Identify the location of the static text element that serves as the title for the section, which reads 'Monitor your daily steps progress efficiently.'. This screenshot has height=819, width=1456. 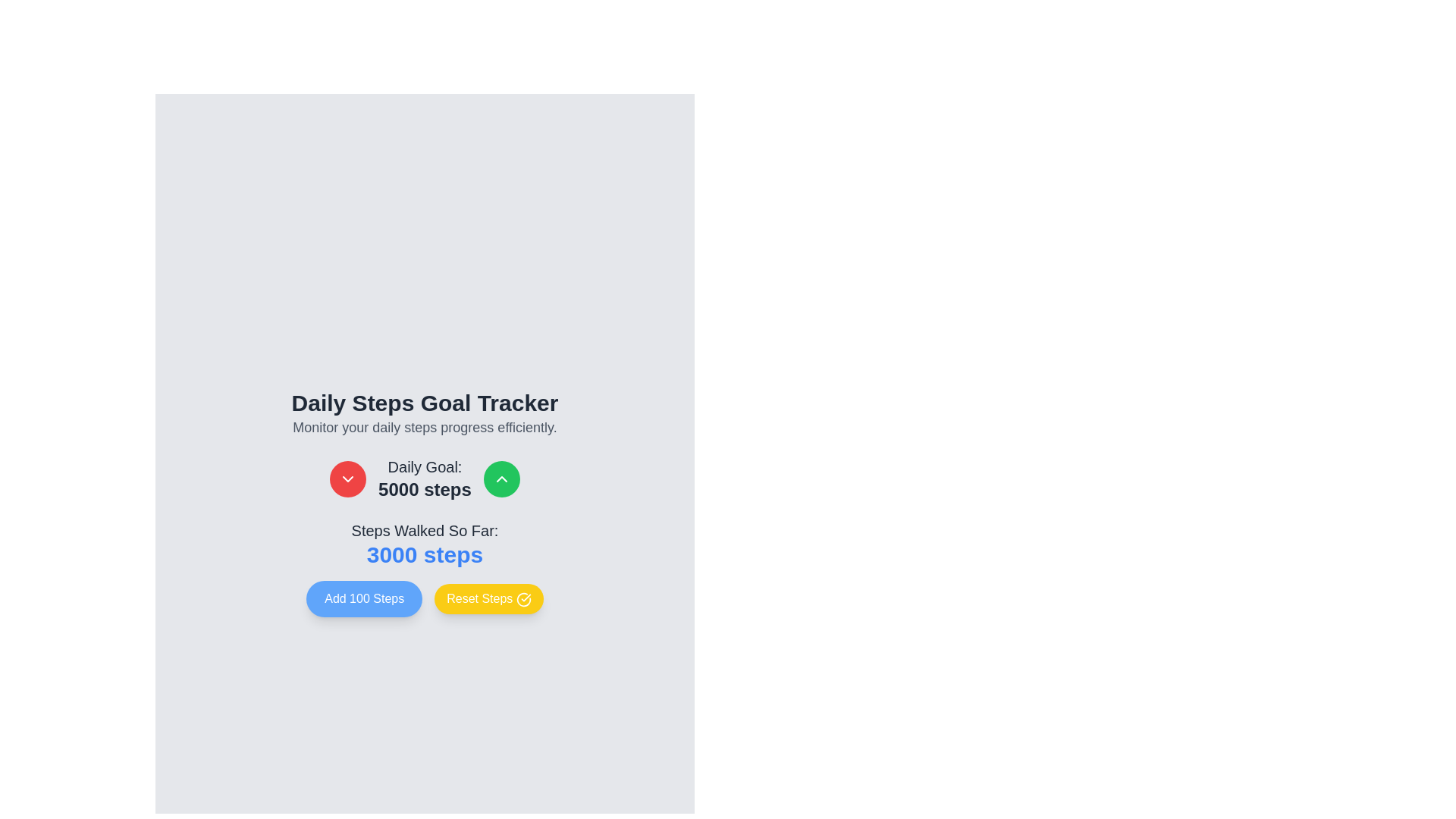
(425, 403).